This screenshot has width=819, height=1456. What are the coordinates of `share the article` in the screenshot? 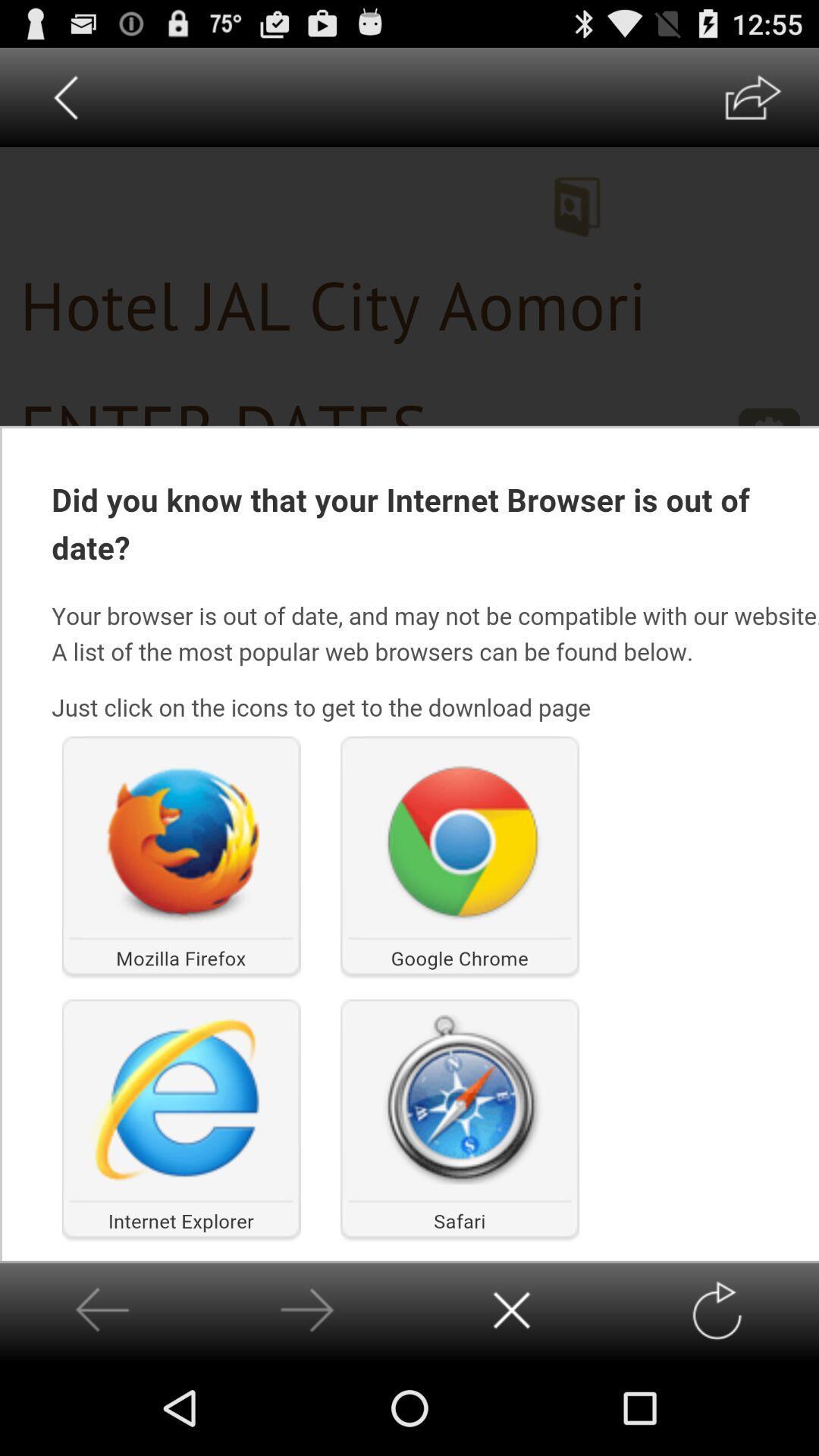 It's located at (752, 96).